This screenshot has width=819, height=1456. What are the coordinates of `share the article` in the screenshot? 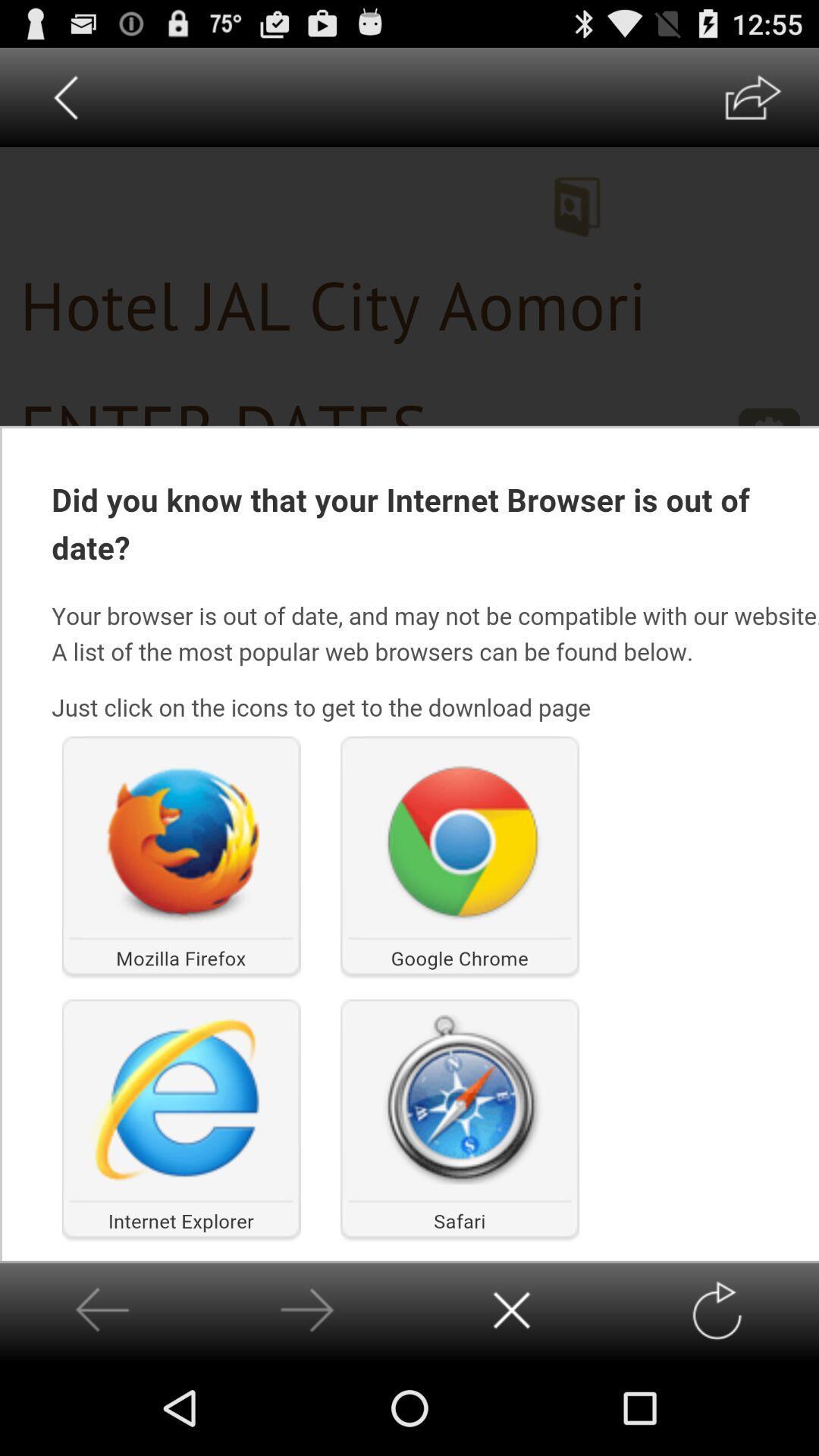 It's located at (752, 96).